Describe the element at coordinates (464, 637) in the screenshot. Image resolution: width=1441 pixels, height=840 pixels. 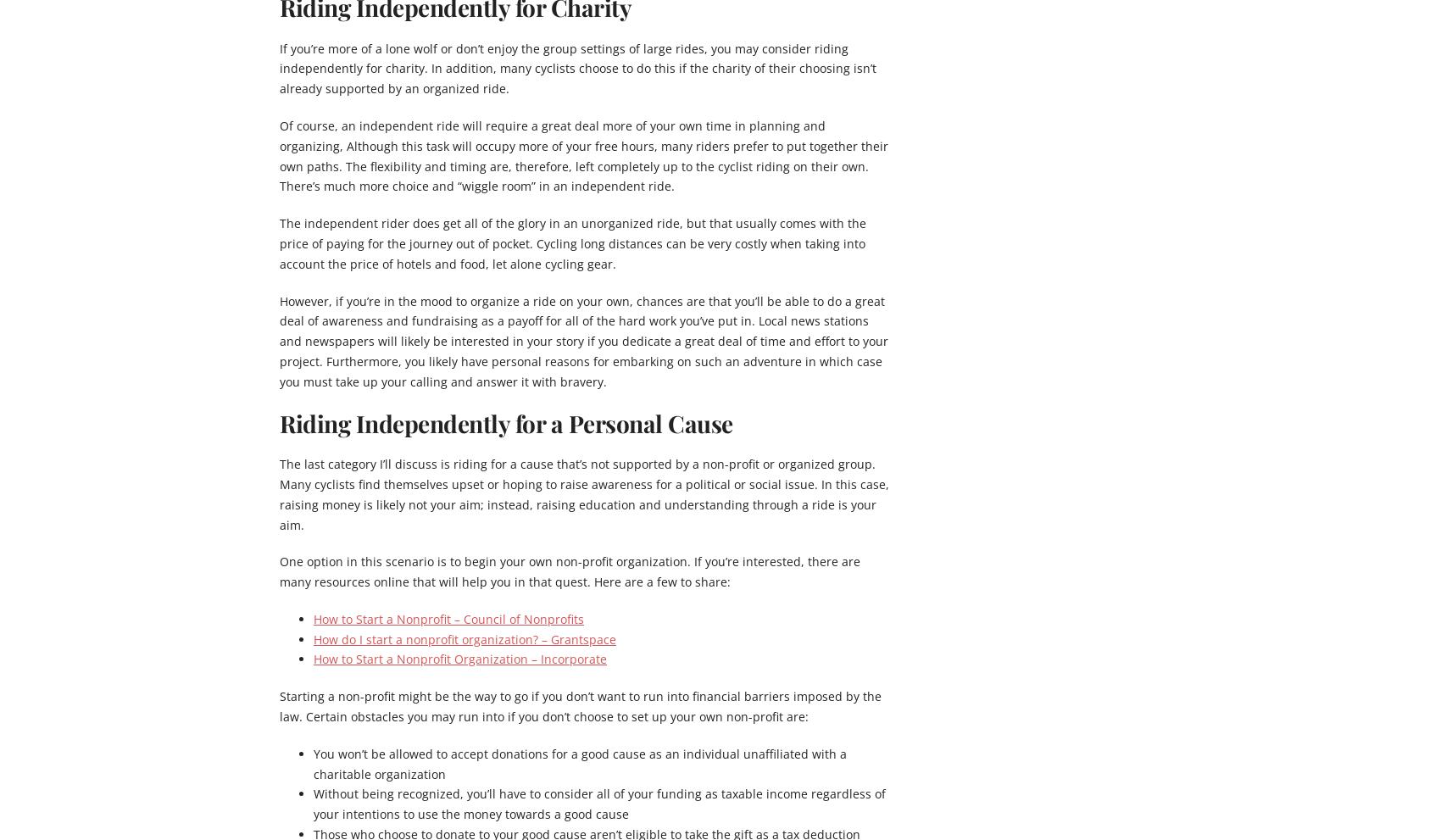
I see `'How do I start a nonprofit organization? – Grantspace'` at that location.